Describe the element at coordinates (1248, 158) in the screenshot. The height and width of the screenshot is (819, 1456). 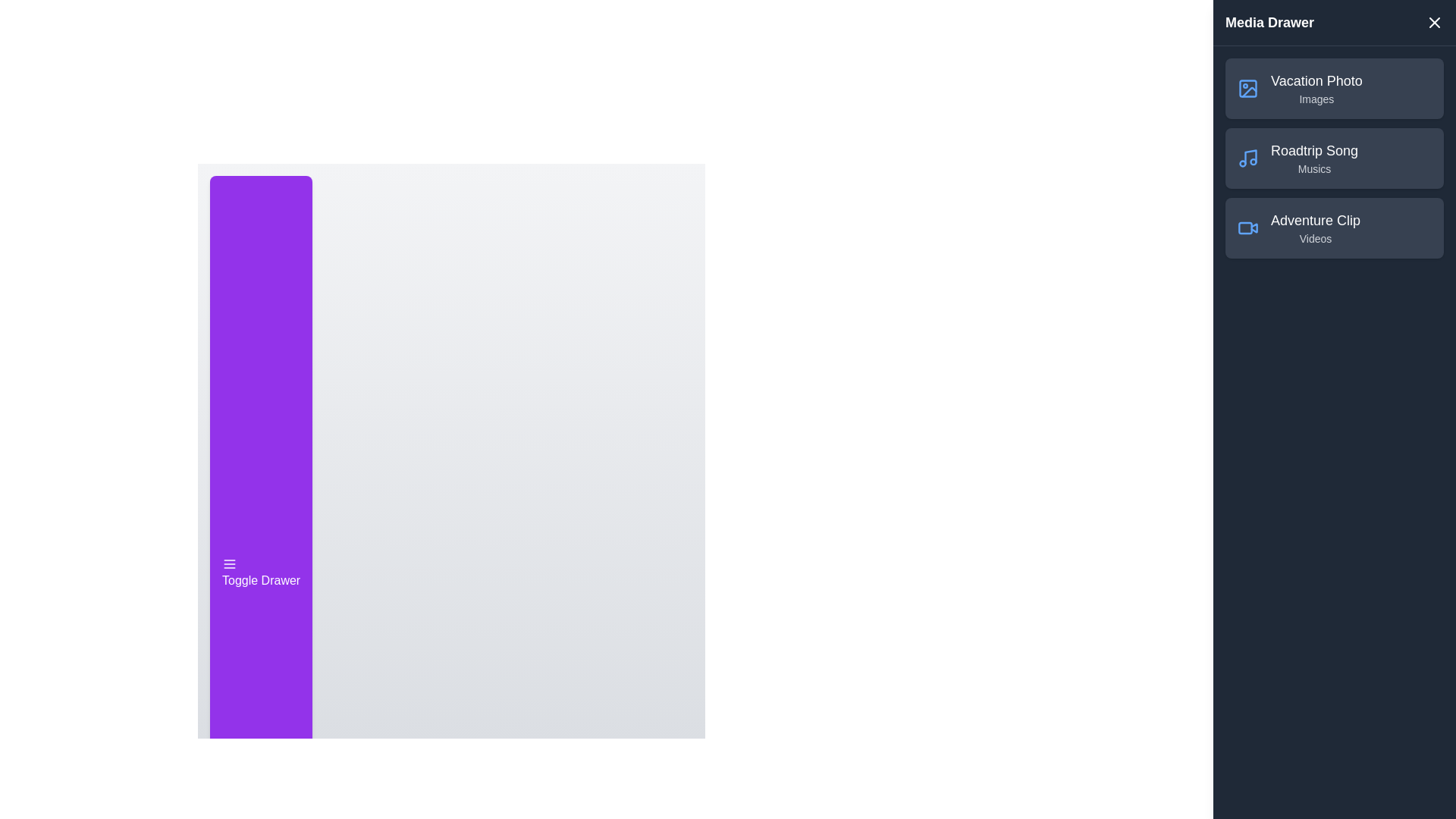
I see `the element Roadtrip Song to observe visual feedback` at that location.